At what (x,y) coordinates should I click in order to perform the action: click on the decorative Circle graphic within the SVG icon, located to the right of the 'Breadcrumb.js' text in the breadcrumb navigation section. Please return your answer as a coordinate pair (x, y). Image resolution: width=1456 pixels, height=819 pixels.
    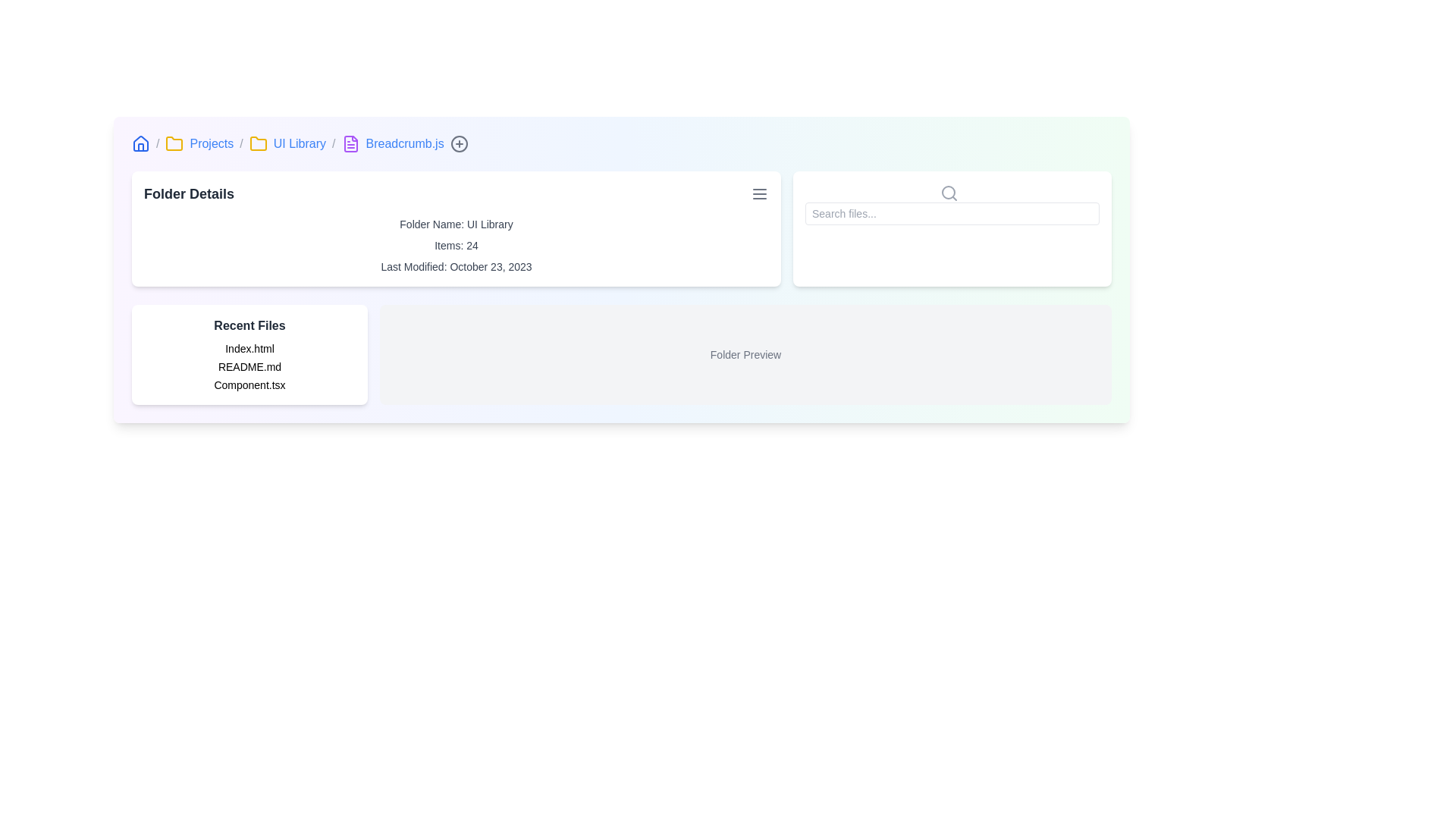
    Looking at the image, I should click on (458, 143).